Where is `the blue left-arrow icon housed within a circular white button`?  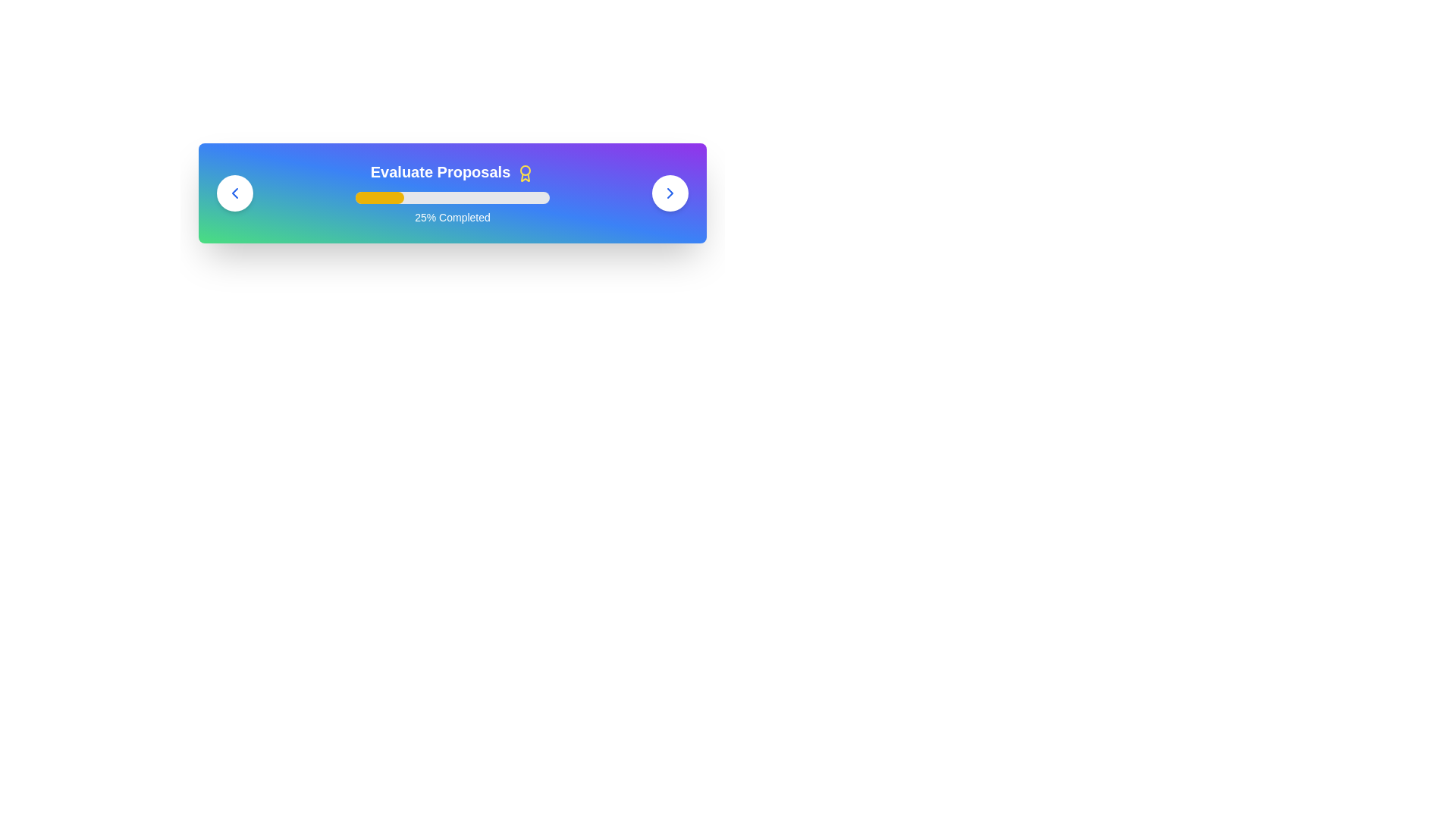 the blue left-arrow icon housed within a circular white button is located at coordinates (234, 192).